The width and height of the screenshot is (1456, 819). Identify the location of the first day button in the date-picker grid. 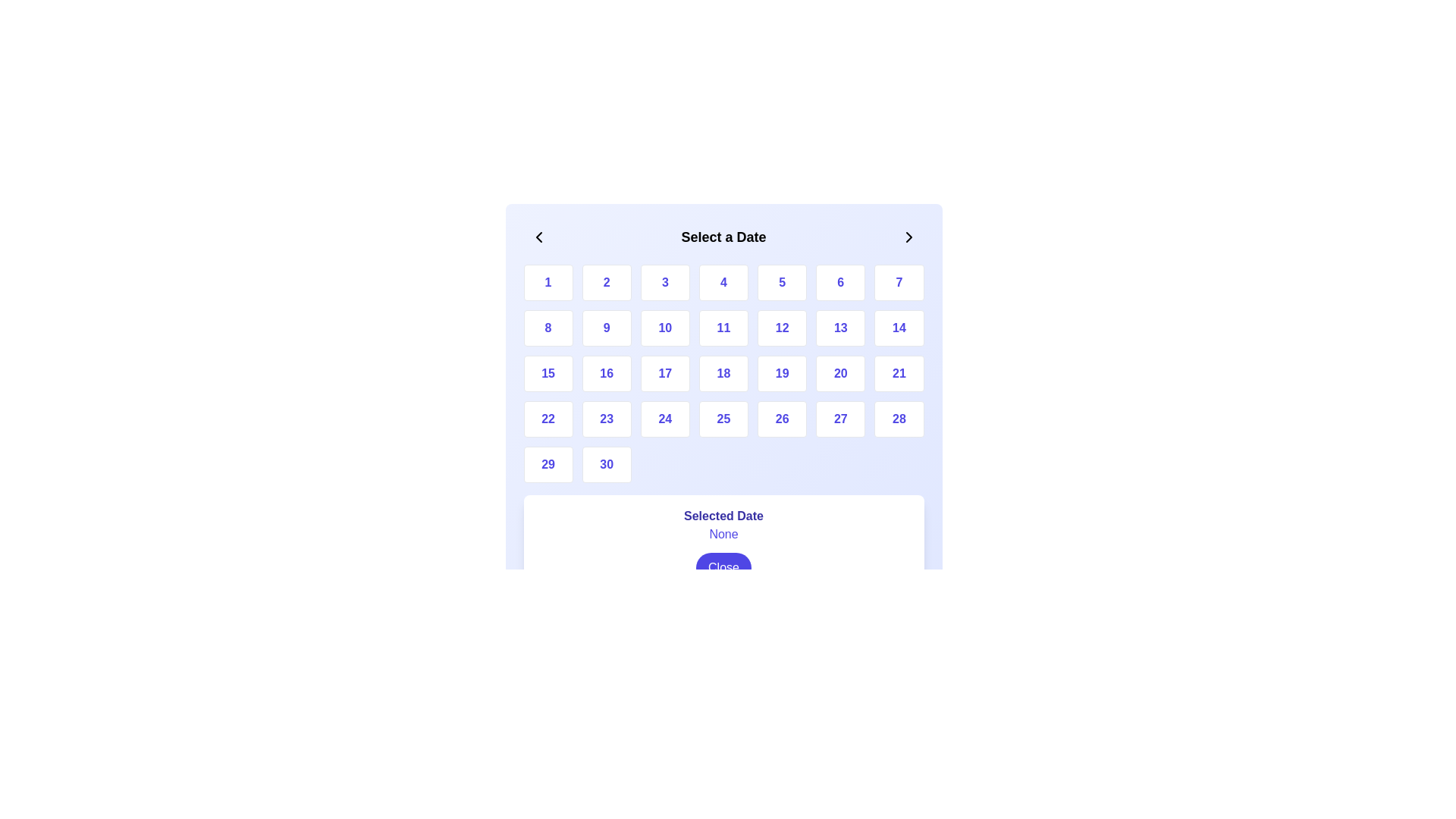
(548, 283).